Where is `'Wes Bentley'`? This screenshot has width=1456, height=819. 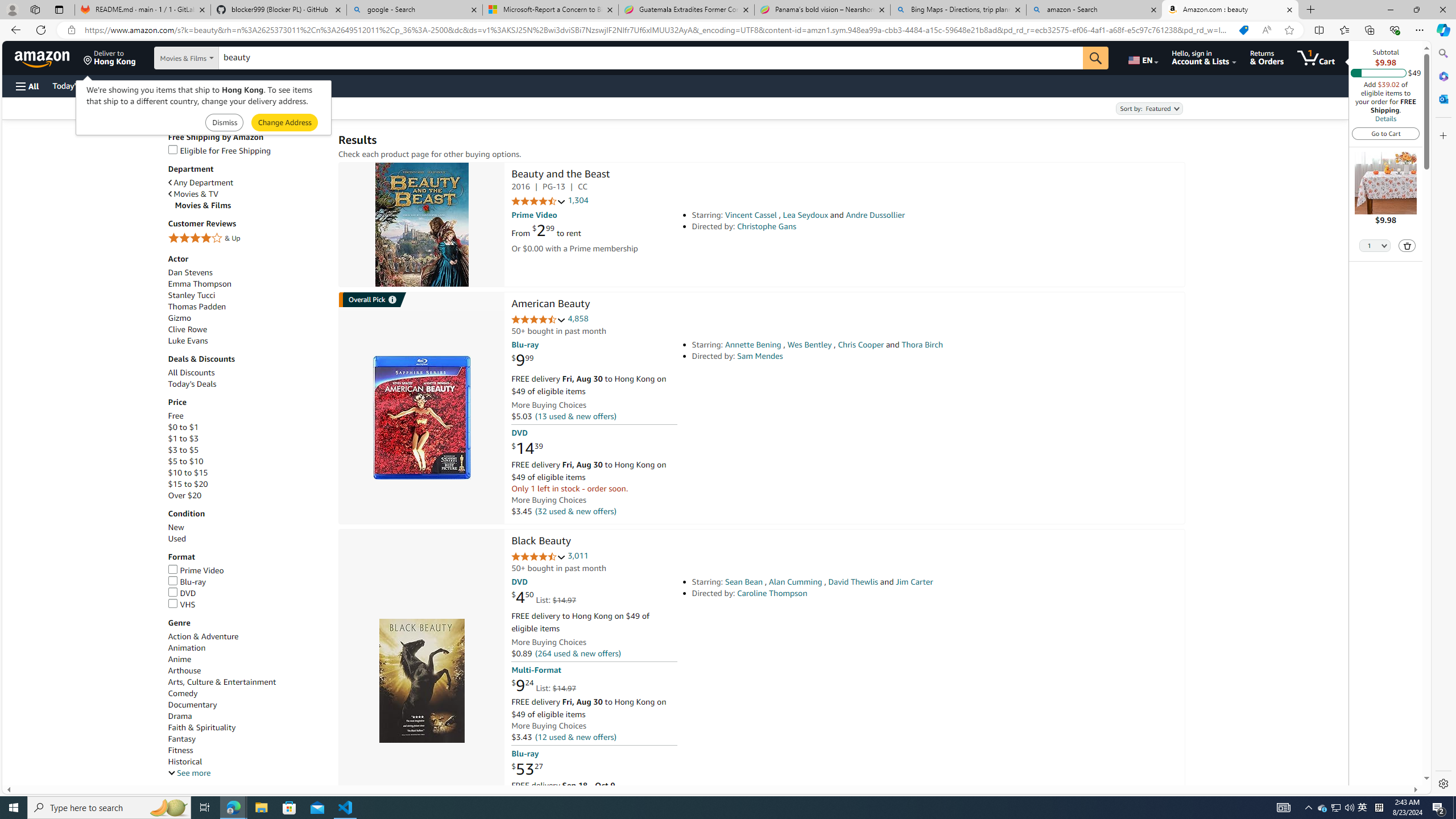
'Wes Bentley' is located at coordinates (809, 344).